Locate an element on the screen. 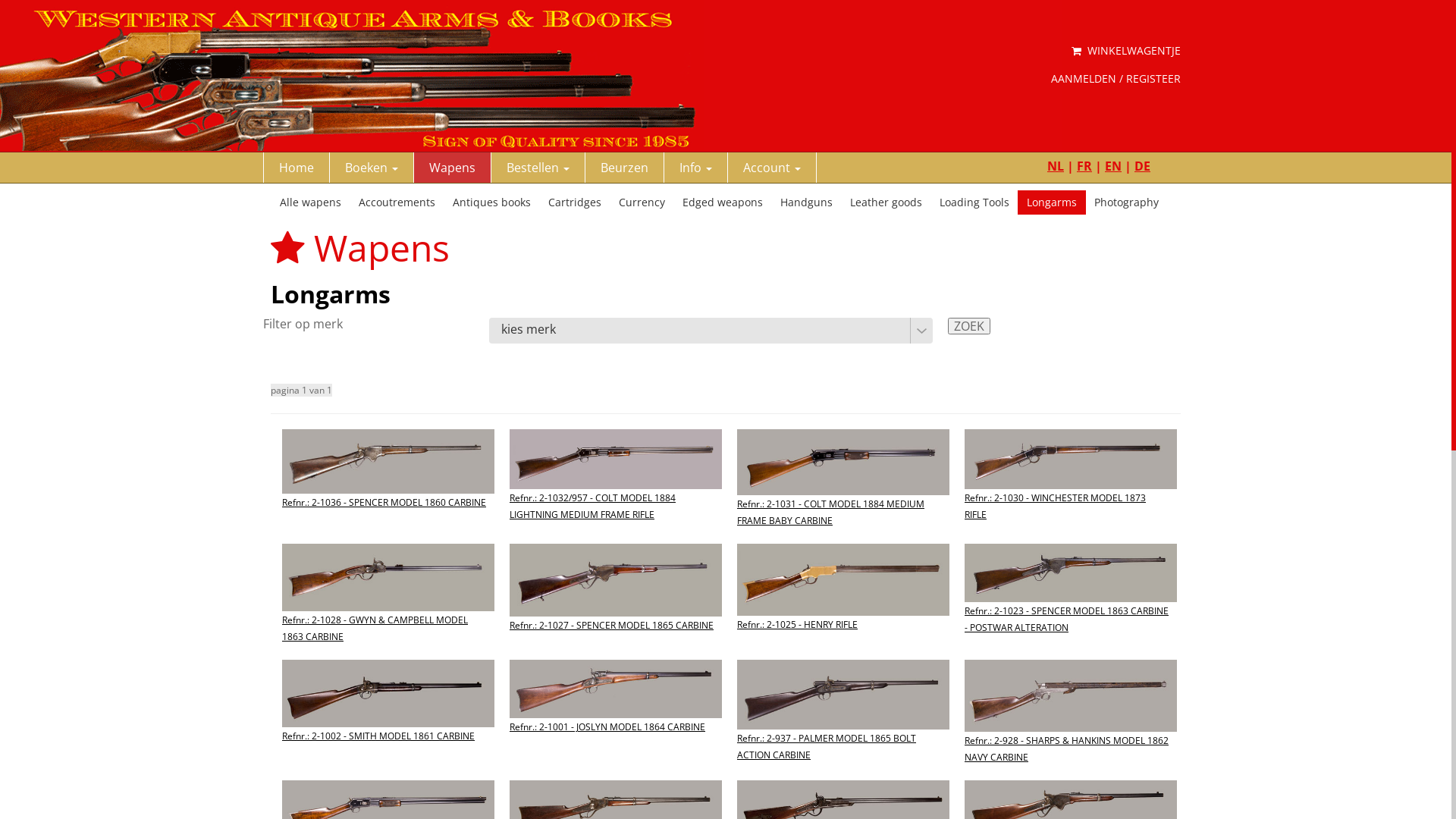 This screenshot has height=819, width=1456. 'EN' is located at coordinates (1113, 166).